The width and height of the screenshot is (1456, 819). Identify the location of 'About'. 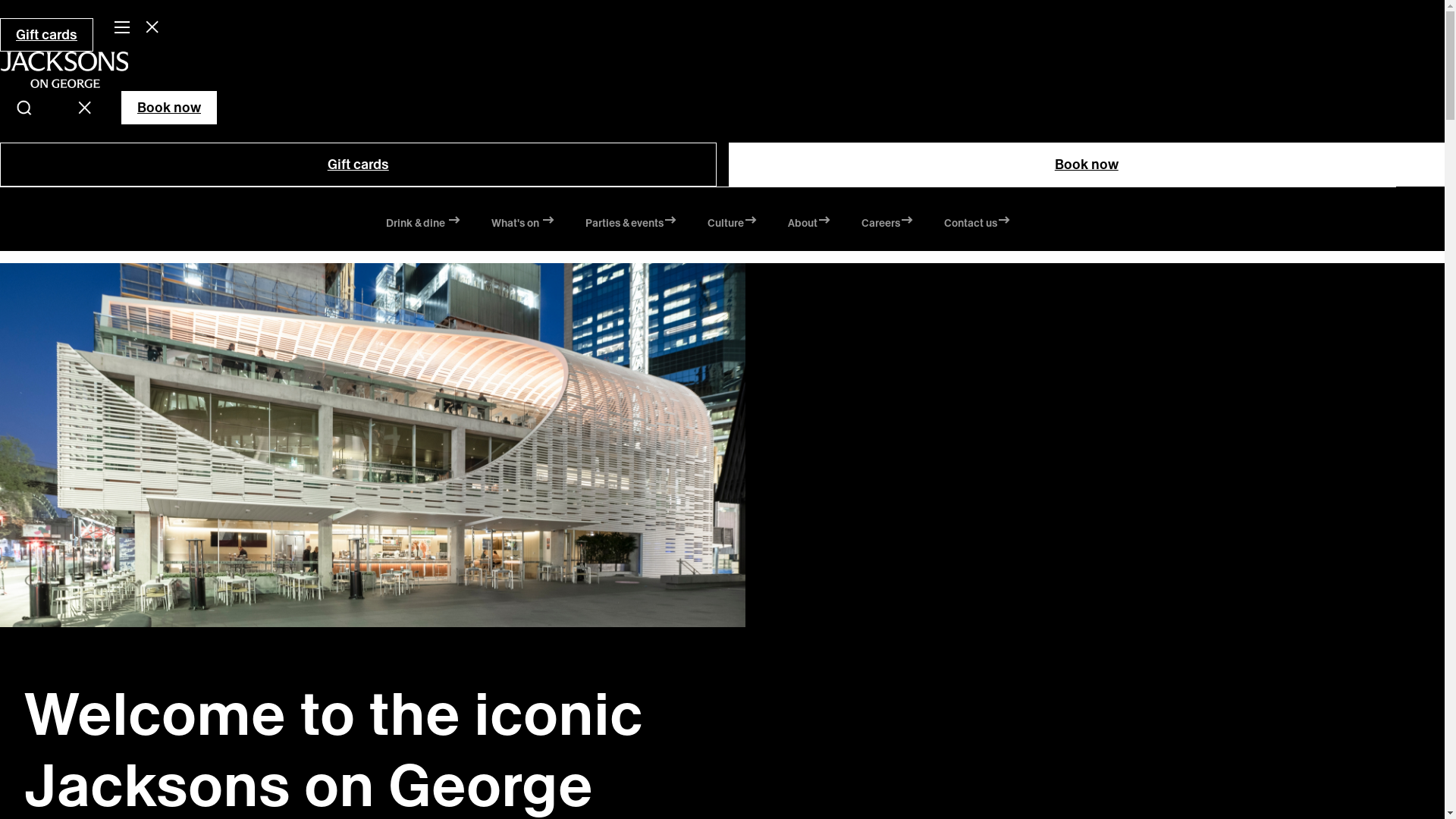
(808, 225).